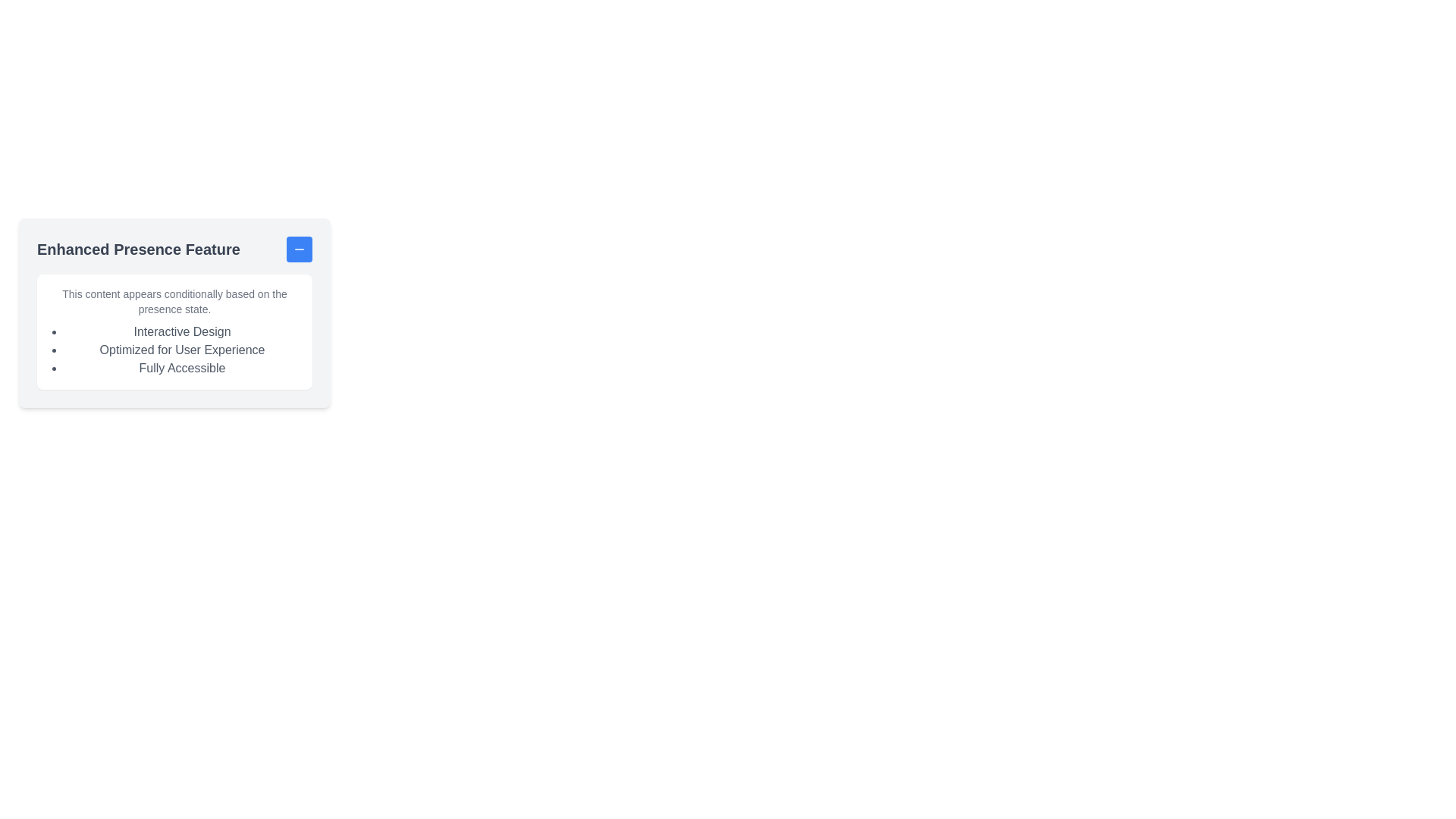 The width and height of the screenshot is (1456, 819). What do you see at coordinates (182, 331) in the screenshot?
I see `the static text element that describes a feature in the 'Enhanced Presence Feature' list, located above 'Optimized for User Experience' and 'Fully Accessible'` at bounding box center [182, 331].